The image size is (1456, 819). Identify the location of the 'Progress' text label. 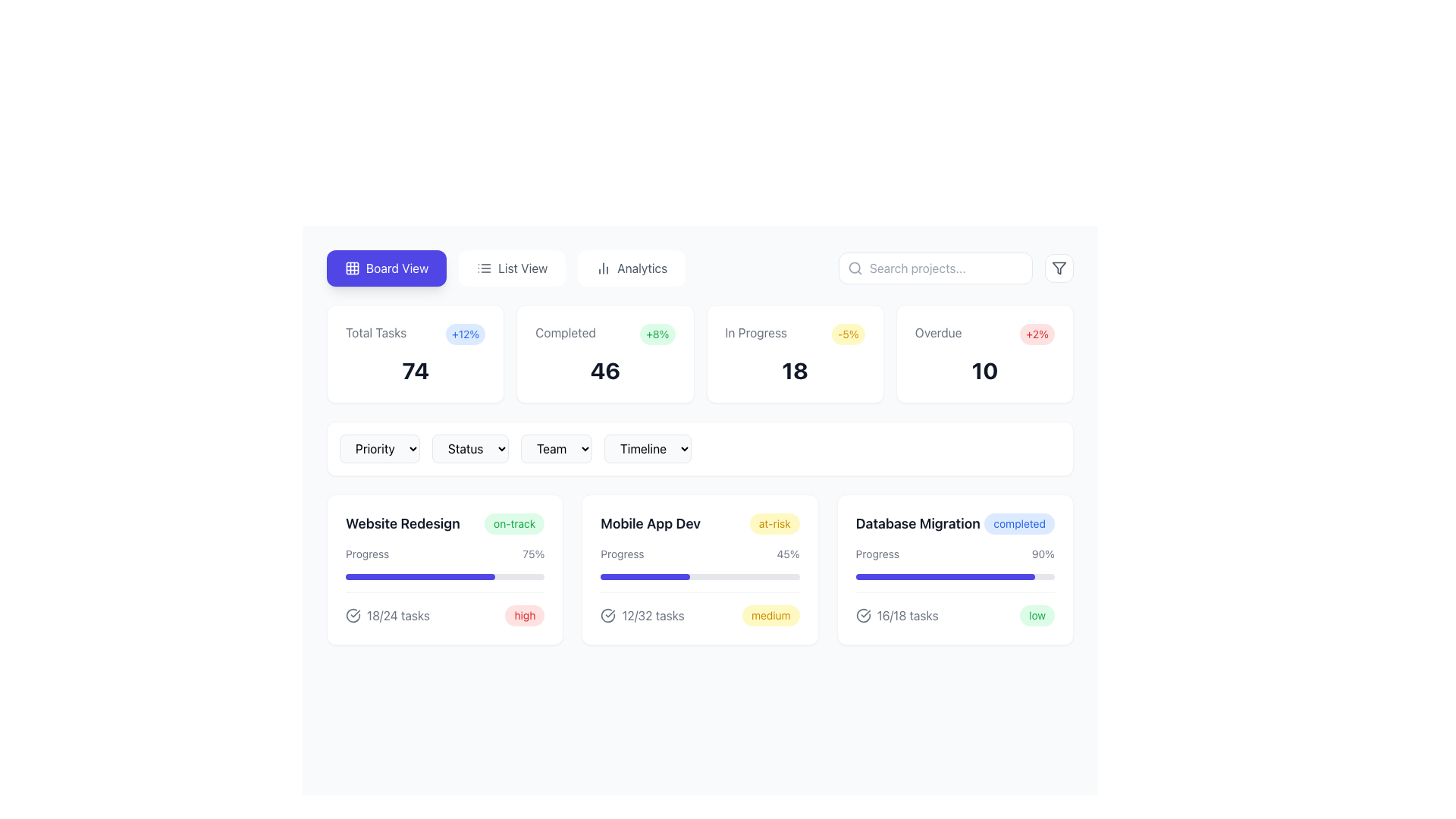
(367, 554).